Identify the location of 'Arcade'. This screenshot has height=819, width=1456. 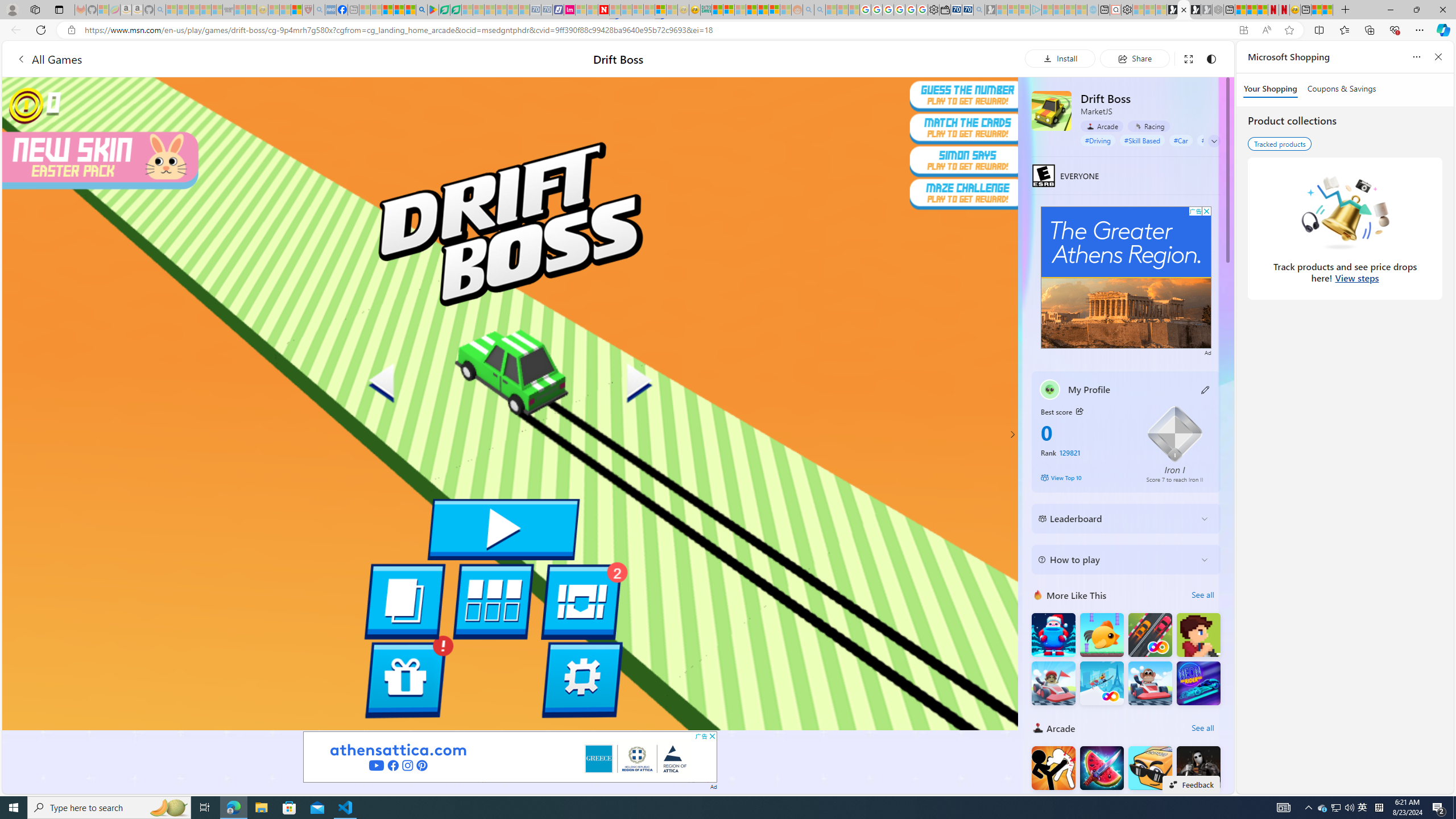
(1101, 126).